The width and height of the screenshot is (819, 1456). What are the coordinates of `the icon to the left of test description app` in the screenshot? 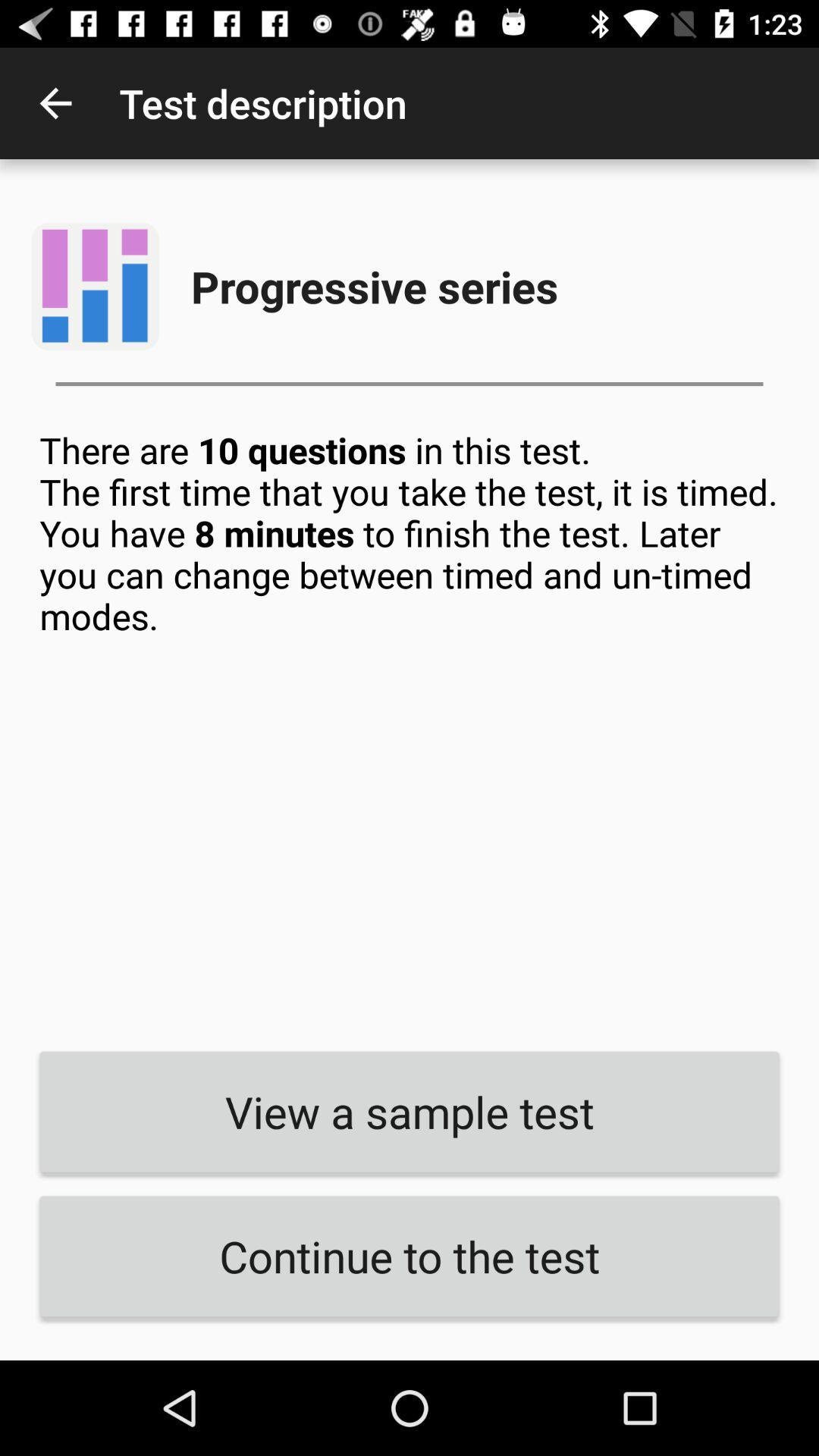 It's located at (55, 102).